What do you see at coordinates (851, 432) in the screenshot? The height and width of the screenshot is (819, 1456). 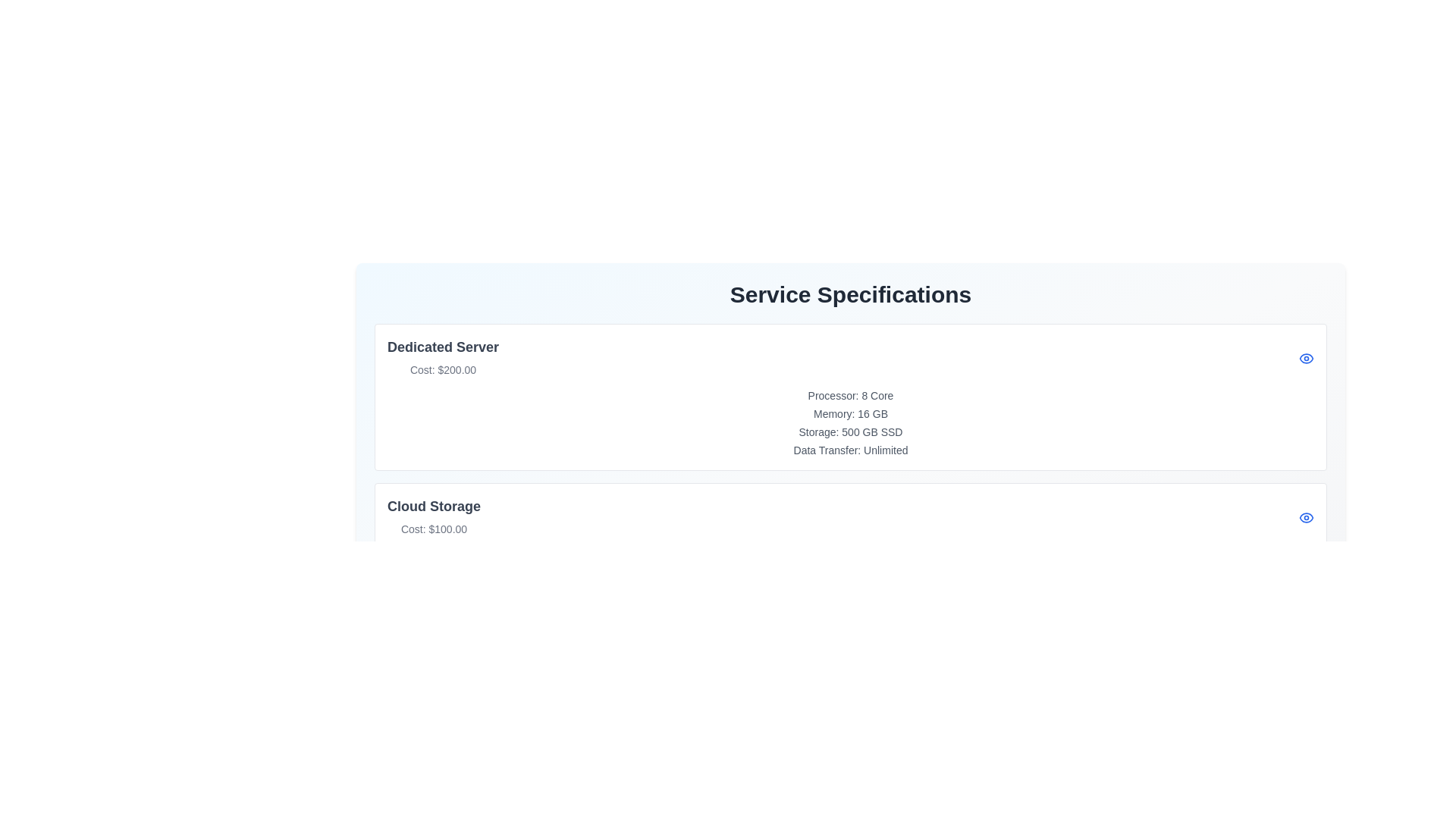 I see `the static text label that informs the user about the storage specification of the dedicated server, specifically mentioning the 500 GB SSD, located below 'Memory: 16 GB' and above 'Data Transfer: Unlimited'` at bounding box center [851, 432].